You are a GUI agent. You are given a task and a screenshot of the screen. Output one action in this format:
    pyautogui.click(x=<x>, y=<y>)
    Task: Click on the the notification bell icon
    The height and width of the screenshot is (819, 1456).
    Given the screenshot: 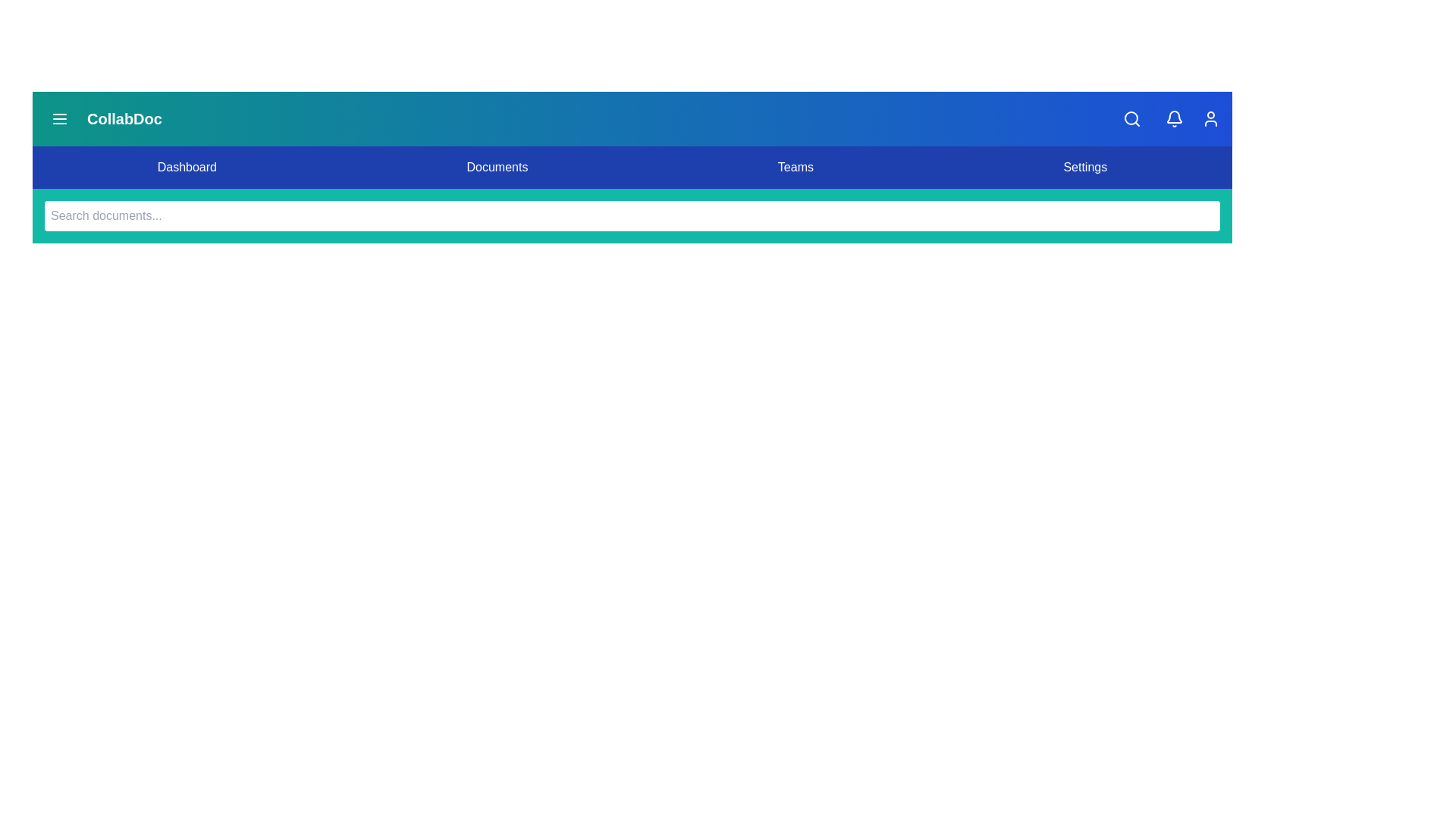 What is the action you would take?
    pyautogui.click(x=1174, y=118)
    